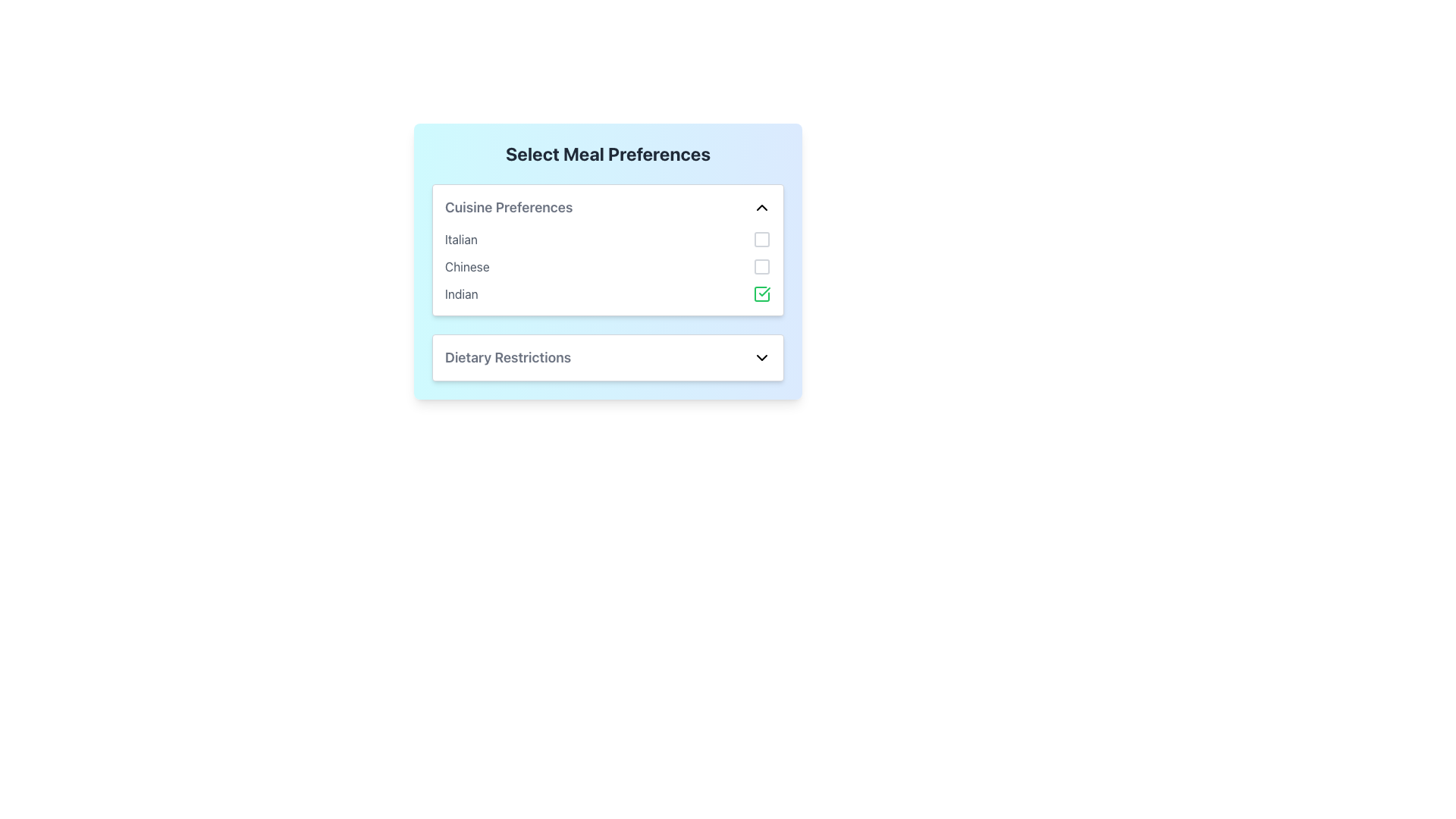  What do you see at coordinates (761, 239) in the screenshot?
I see `the gray checkbox located beside the 'Italian' label in the Cuisine Preferences section` at bounding box center [761, 239].